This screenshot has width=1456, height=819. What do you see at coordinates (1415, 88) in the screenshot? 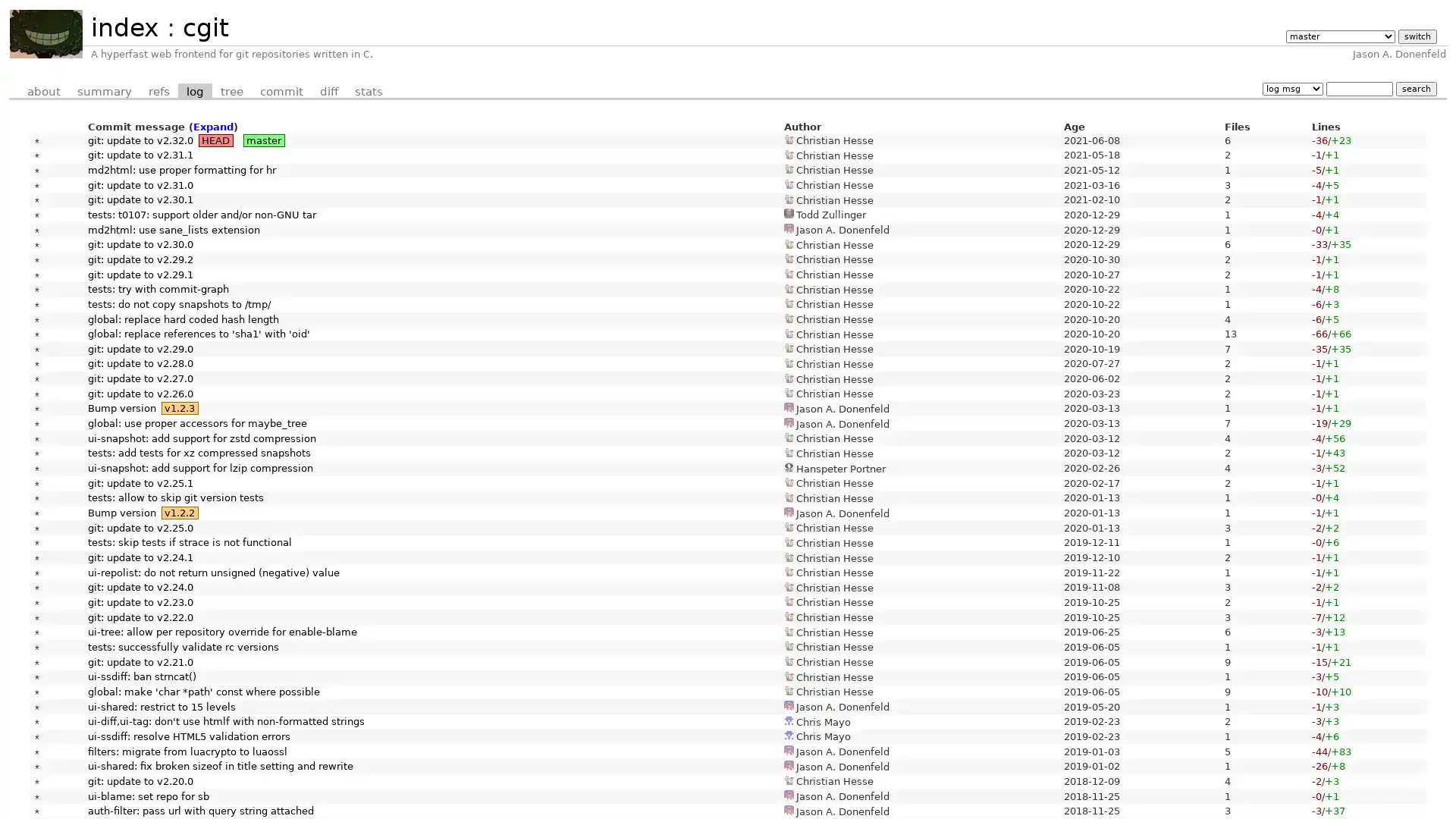
I see `search` at bounding box center [1415, 88].